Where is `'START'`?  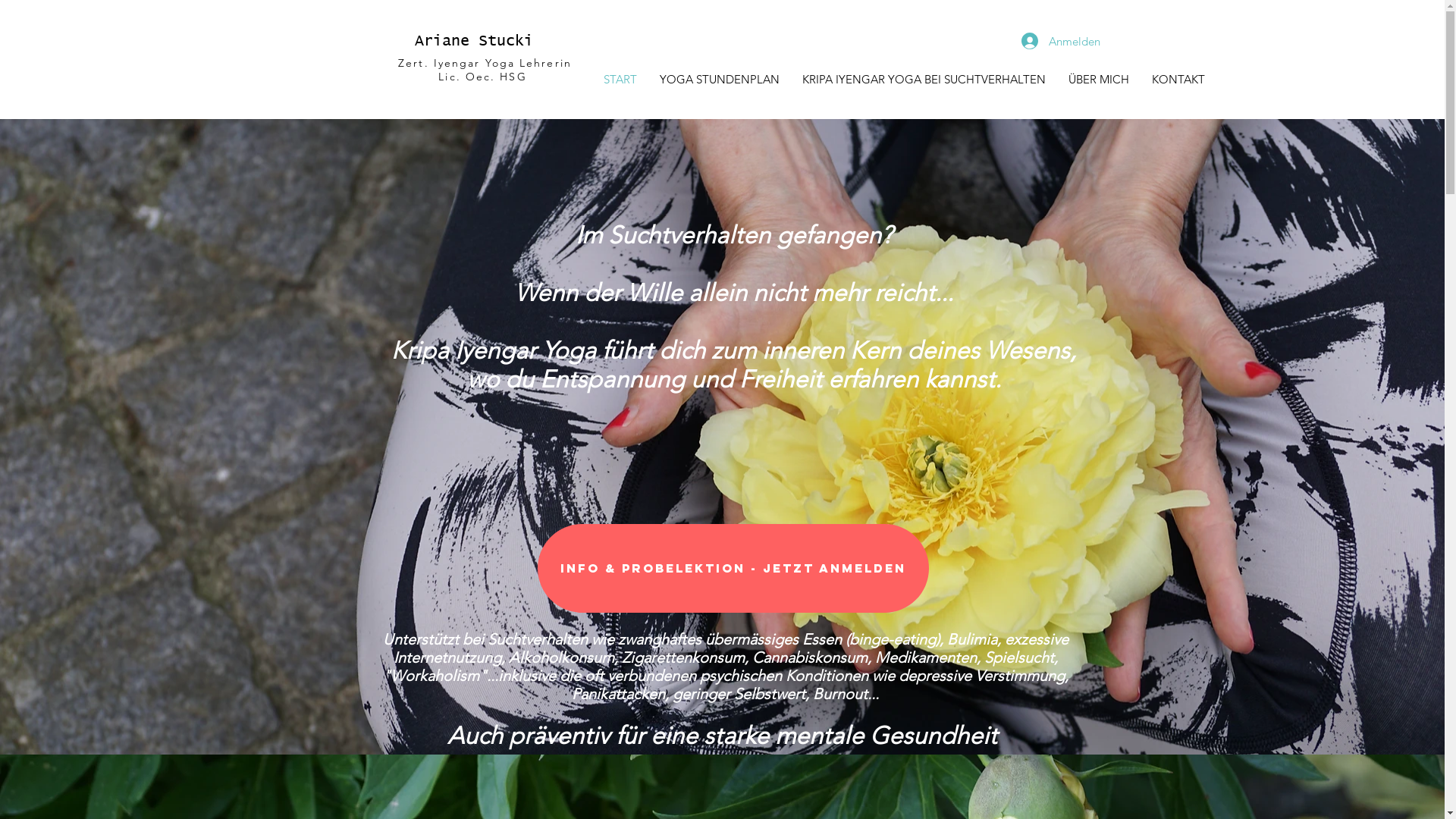 'START' is located at coordinates (619, 79).